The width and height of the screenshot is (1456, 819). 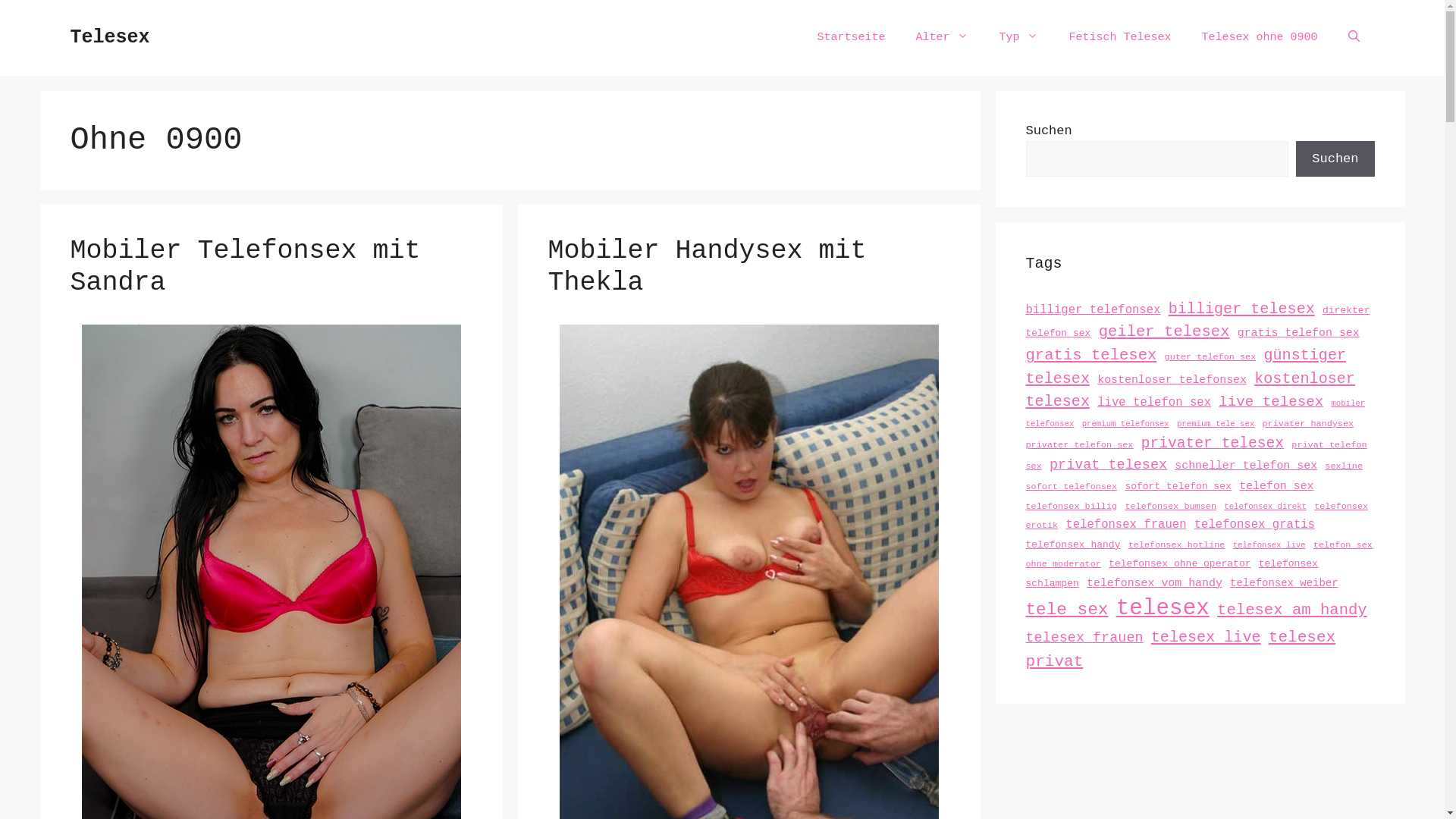 I want to click on 'telefonsex live', so click(x=1269, y=543).